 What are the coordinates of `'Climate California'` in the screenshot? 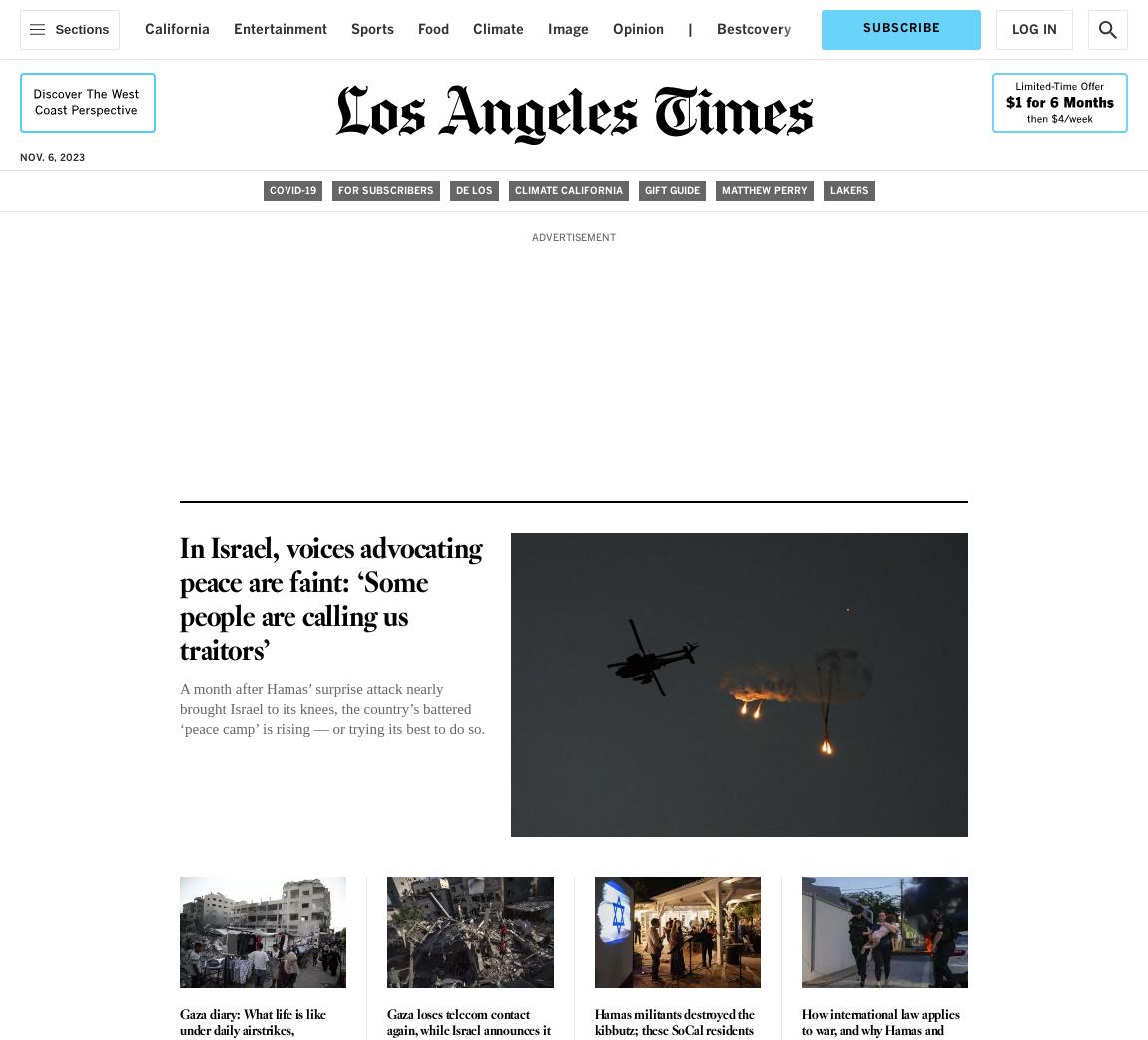 It's located at (568, 189).